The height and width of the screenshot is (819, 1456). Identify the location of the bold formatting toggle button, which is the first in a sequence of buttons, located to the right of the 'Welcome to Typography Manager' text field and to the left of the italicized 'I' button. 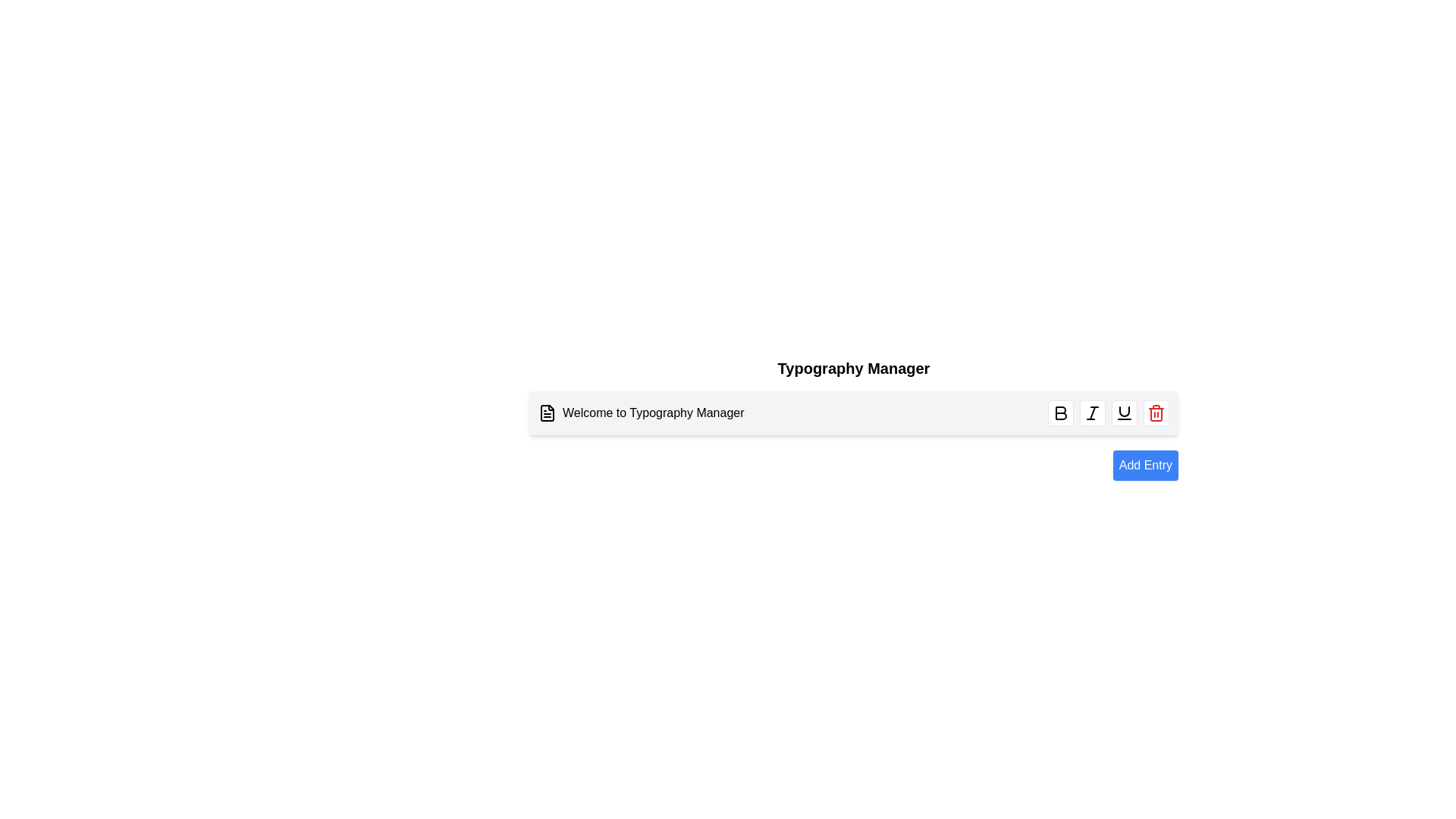
(1059, 413).